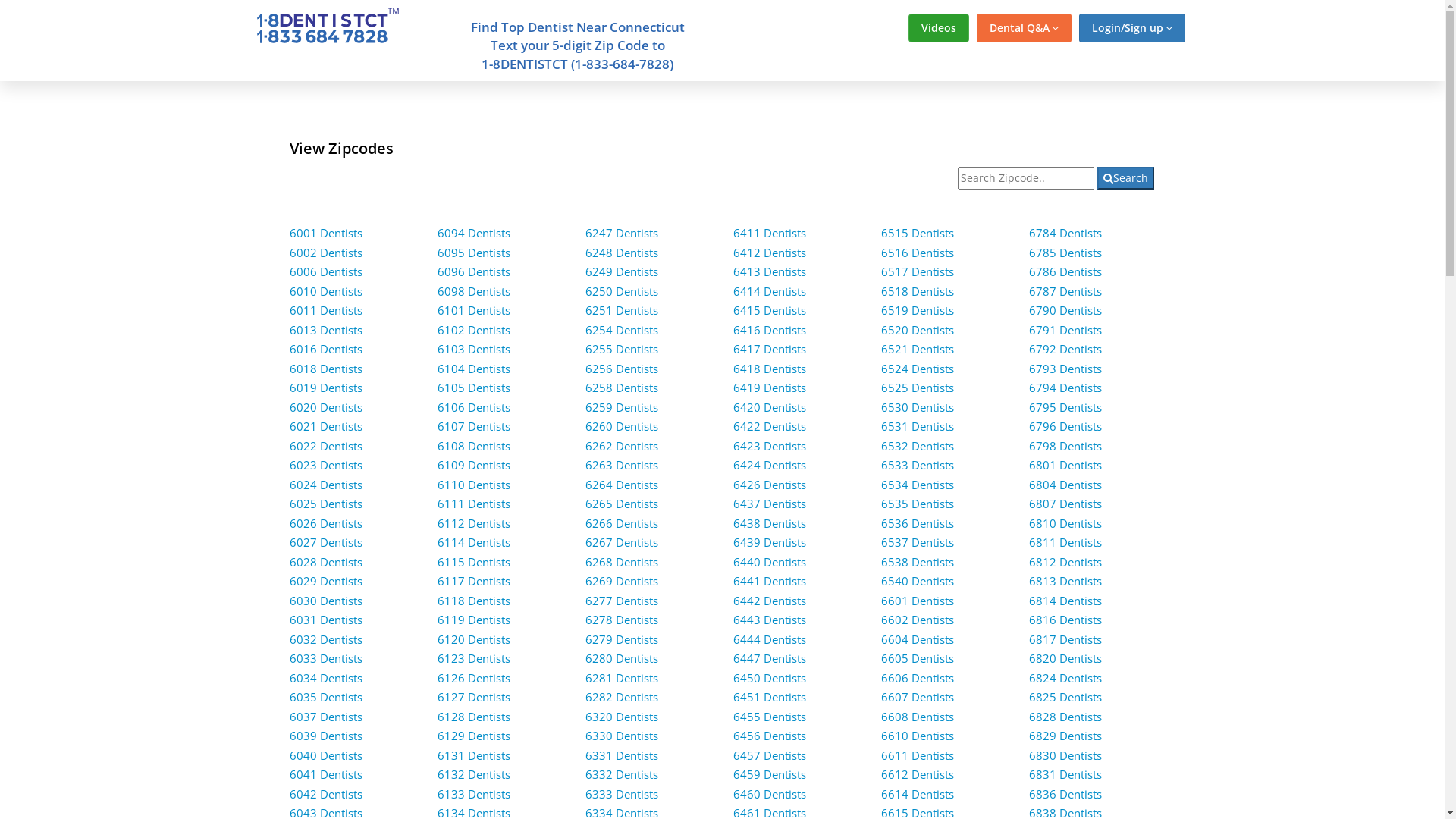 This screenshot has height=819, width=1456. I want to click on '6011 Dentists', so click(325, 309).